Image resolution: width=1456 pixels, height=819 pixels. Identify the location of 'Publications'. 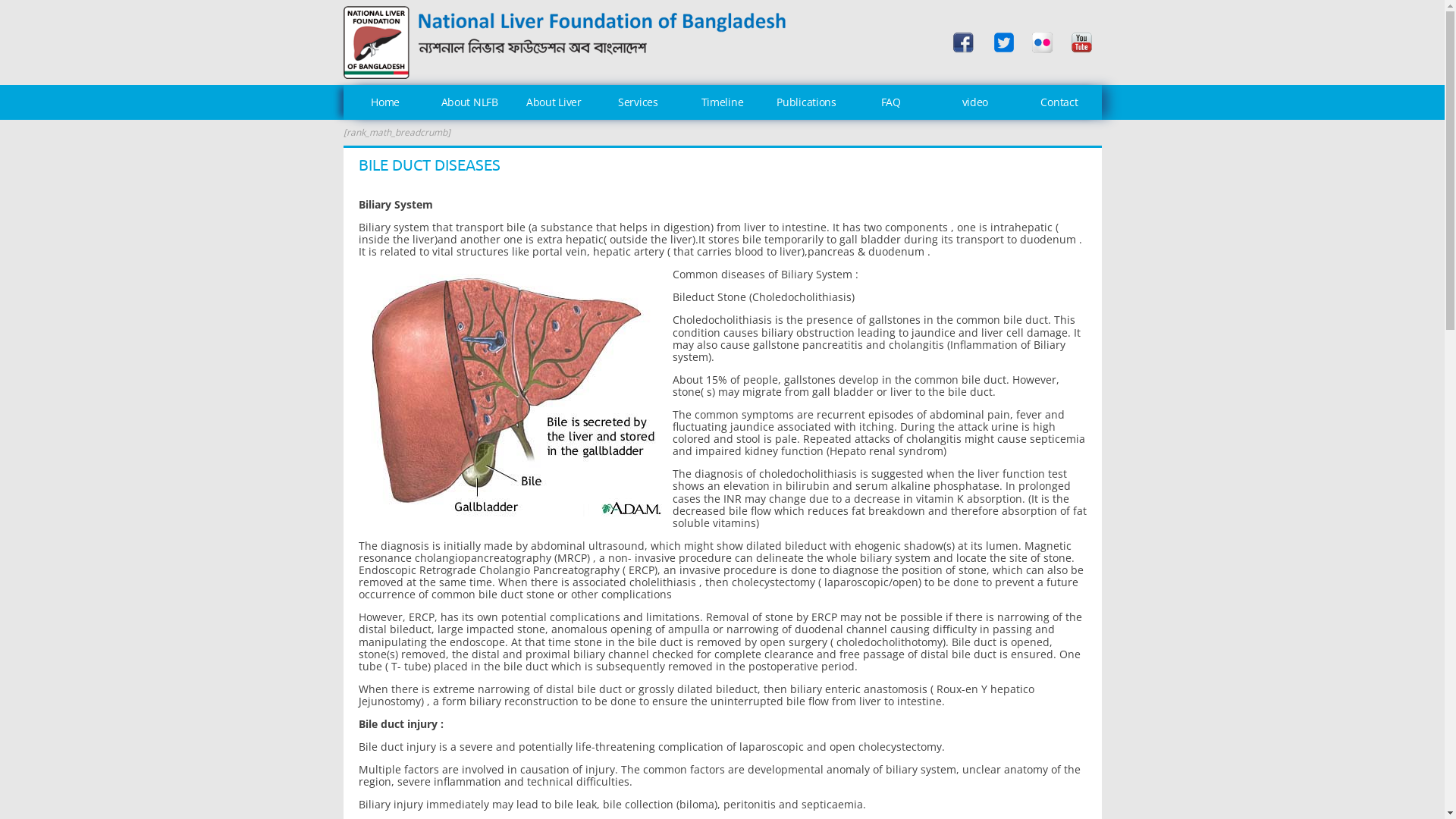
(805, 102).